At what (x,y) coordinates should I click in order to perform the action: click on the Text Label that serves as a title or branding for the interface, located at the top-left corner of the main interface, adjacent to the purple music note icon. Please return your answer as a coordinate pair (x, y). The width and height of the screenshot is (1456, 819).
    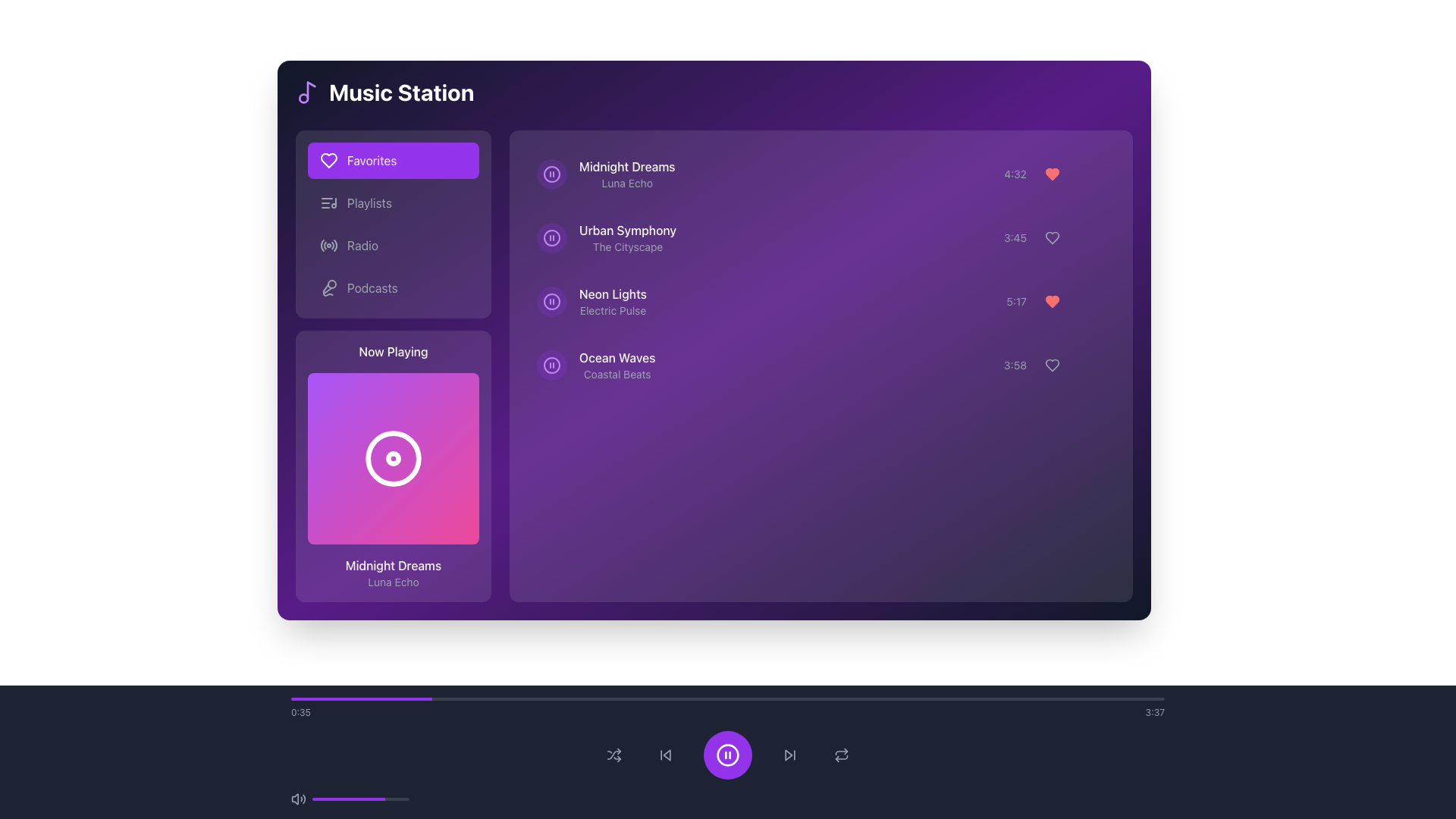
    Looking at the image, I should click on (384, 93).